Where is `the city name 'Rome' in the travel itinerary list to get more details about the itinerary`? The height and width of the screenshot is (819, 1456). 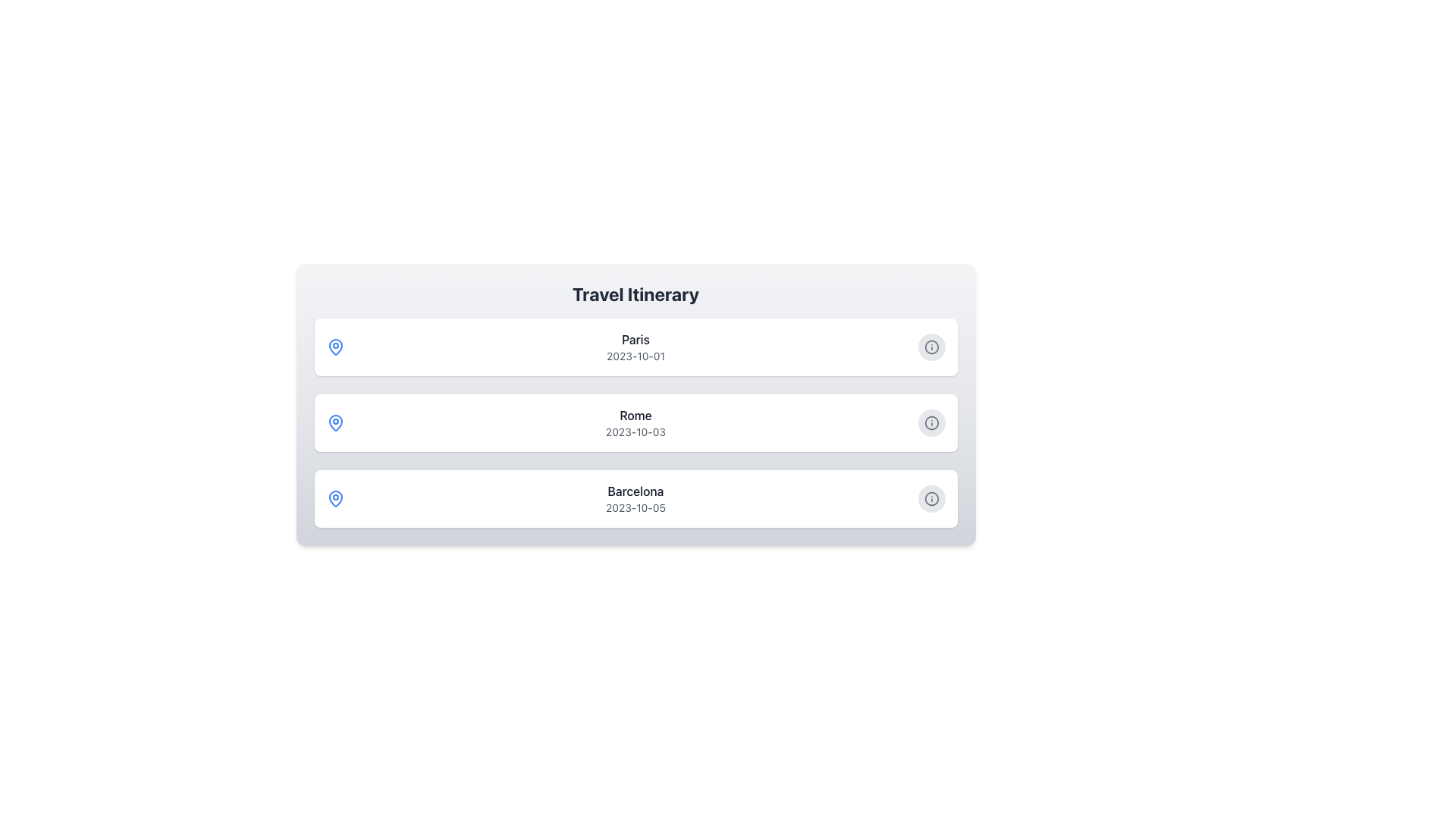 the city name 'Rome' in the travel itinerary list to get more details about the itinerary is located at coordinates (635, 423).